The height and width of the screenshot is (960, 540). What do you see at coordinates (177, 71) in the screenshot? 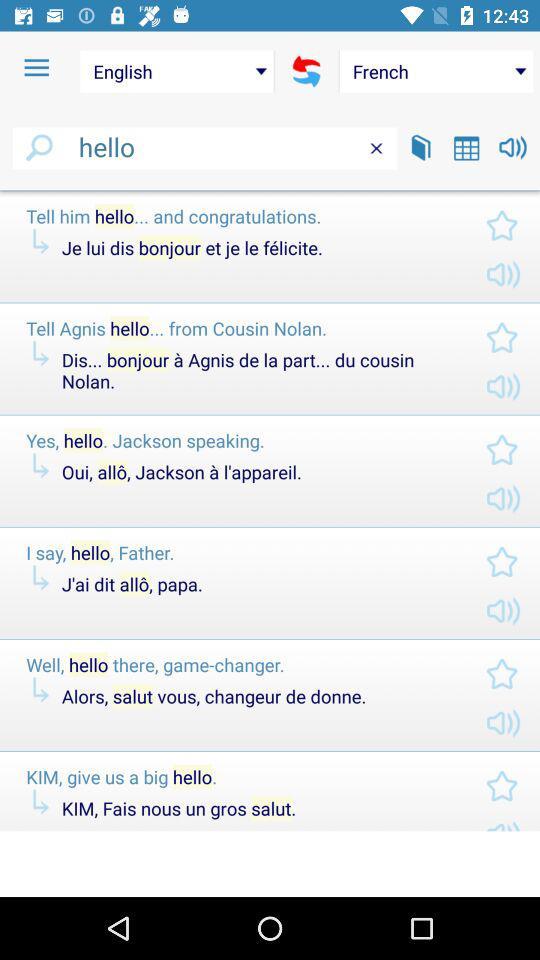
I see `item above hello` at bounding box center [177, 71].